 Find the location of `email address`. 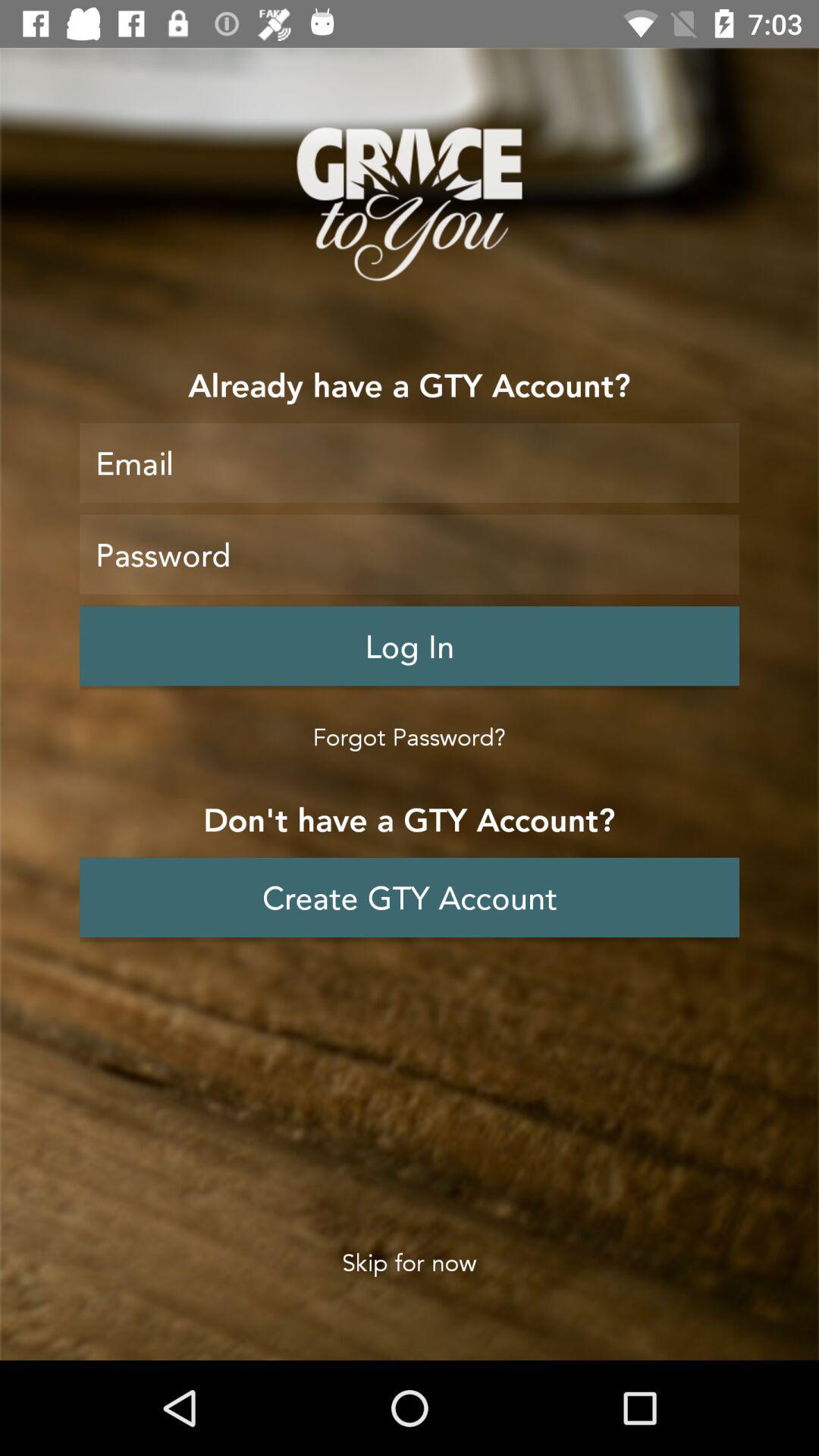

email address is located at coordinates (409, 462).